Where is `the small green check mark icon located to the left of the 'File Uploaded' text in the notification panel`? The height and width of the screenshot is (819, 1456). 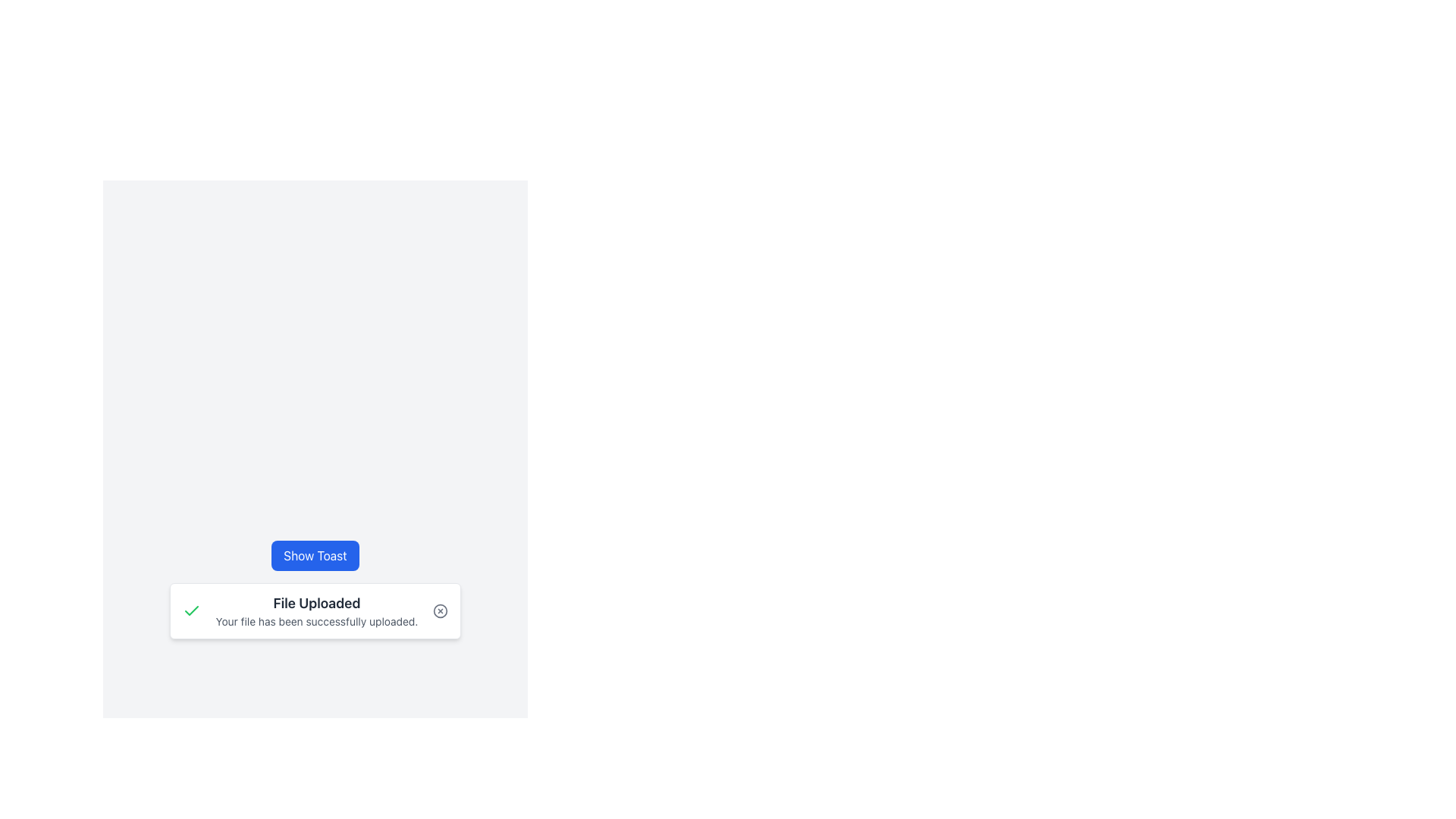
the small green check mark icon located to the left of the 'File Uploaded' text in the notification panel is located at coordinates (191, 610).